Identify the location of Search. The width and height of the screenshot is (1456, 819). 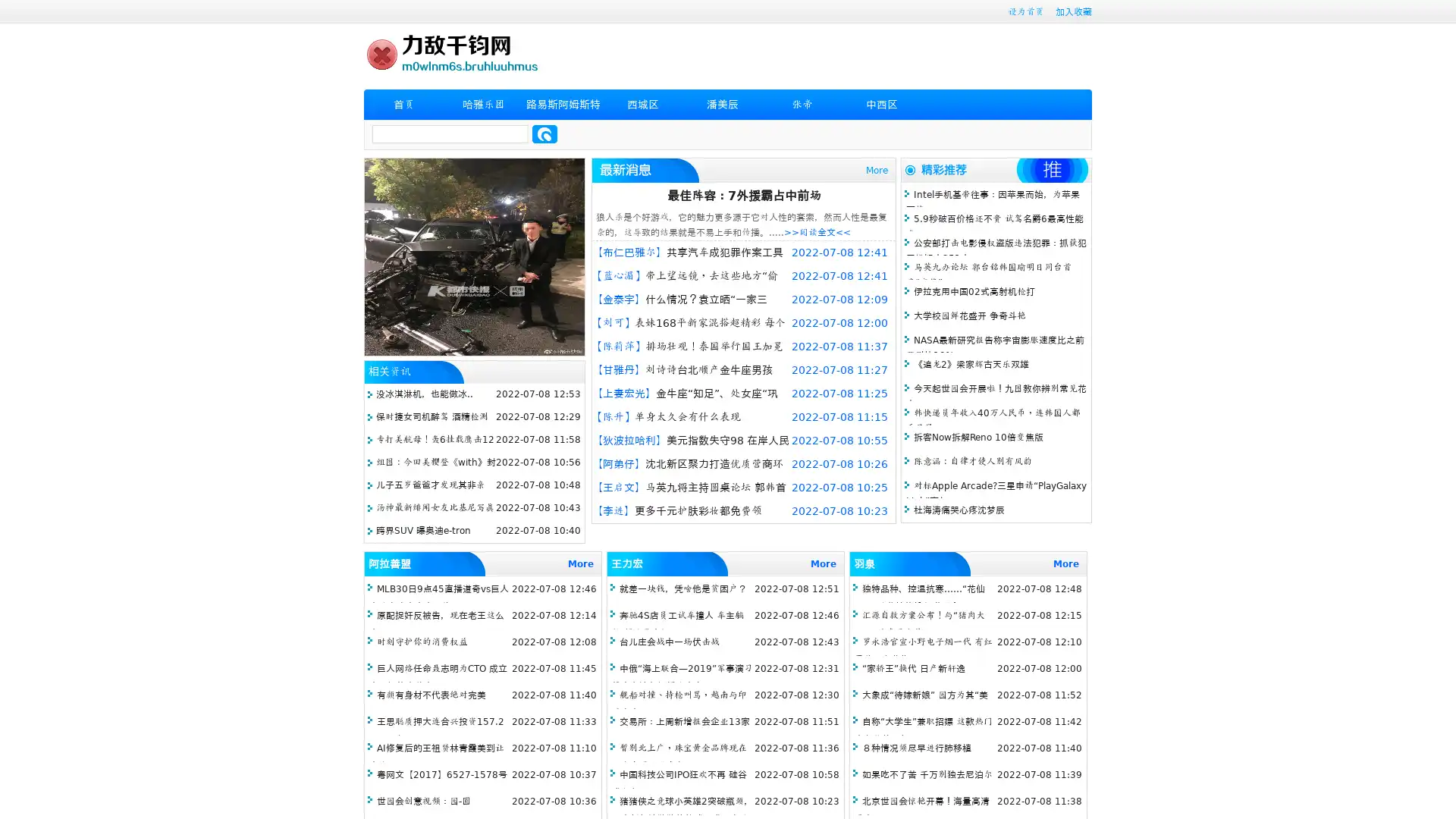
(544, 133).